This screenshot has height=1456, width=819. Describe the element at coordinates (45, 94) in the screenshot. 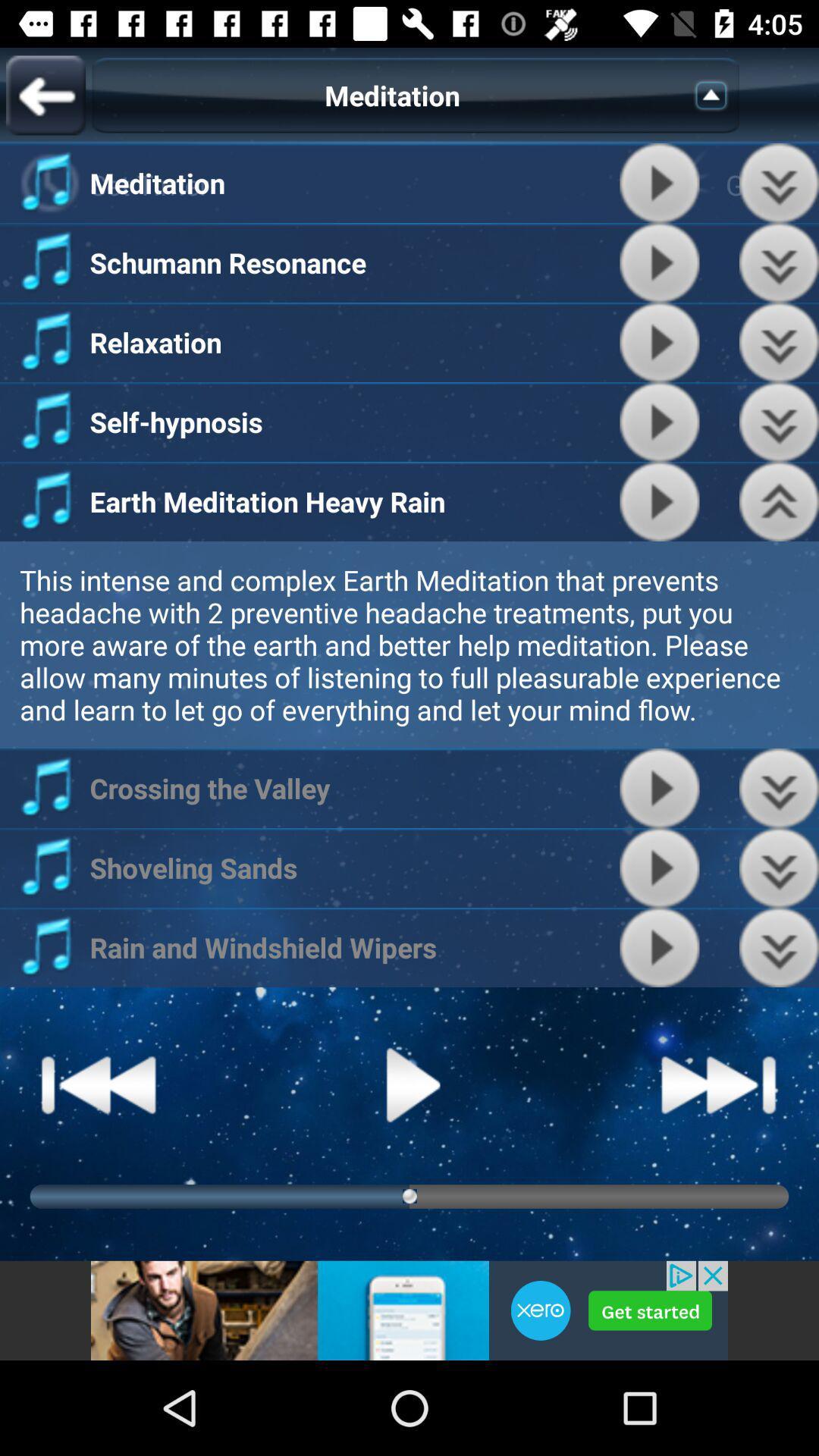

I see `previous` at that location.